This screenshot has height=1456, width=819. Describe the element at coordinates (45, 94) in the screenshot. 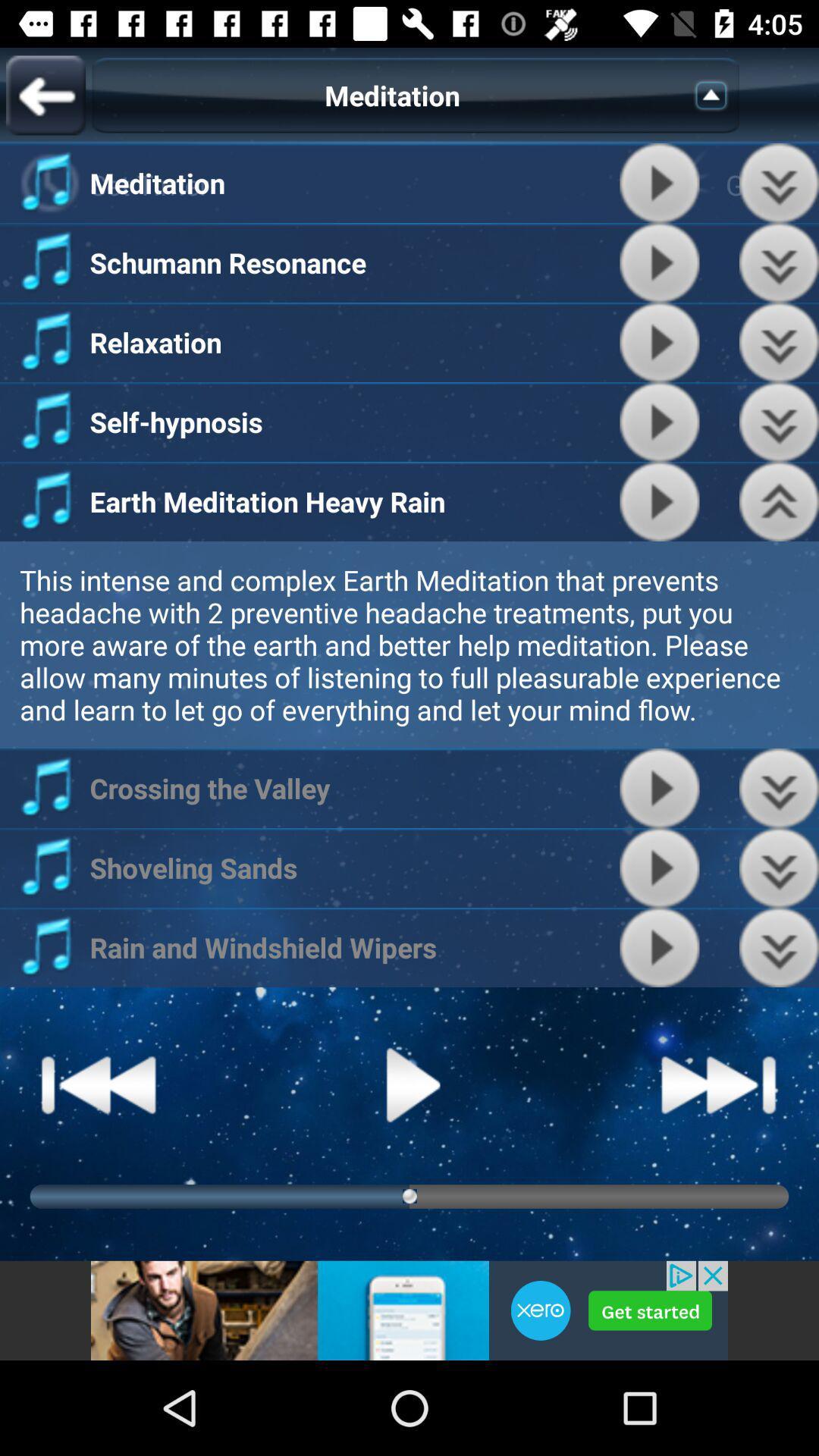

I see `previous` at that location.